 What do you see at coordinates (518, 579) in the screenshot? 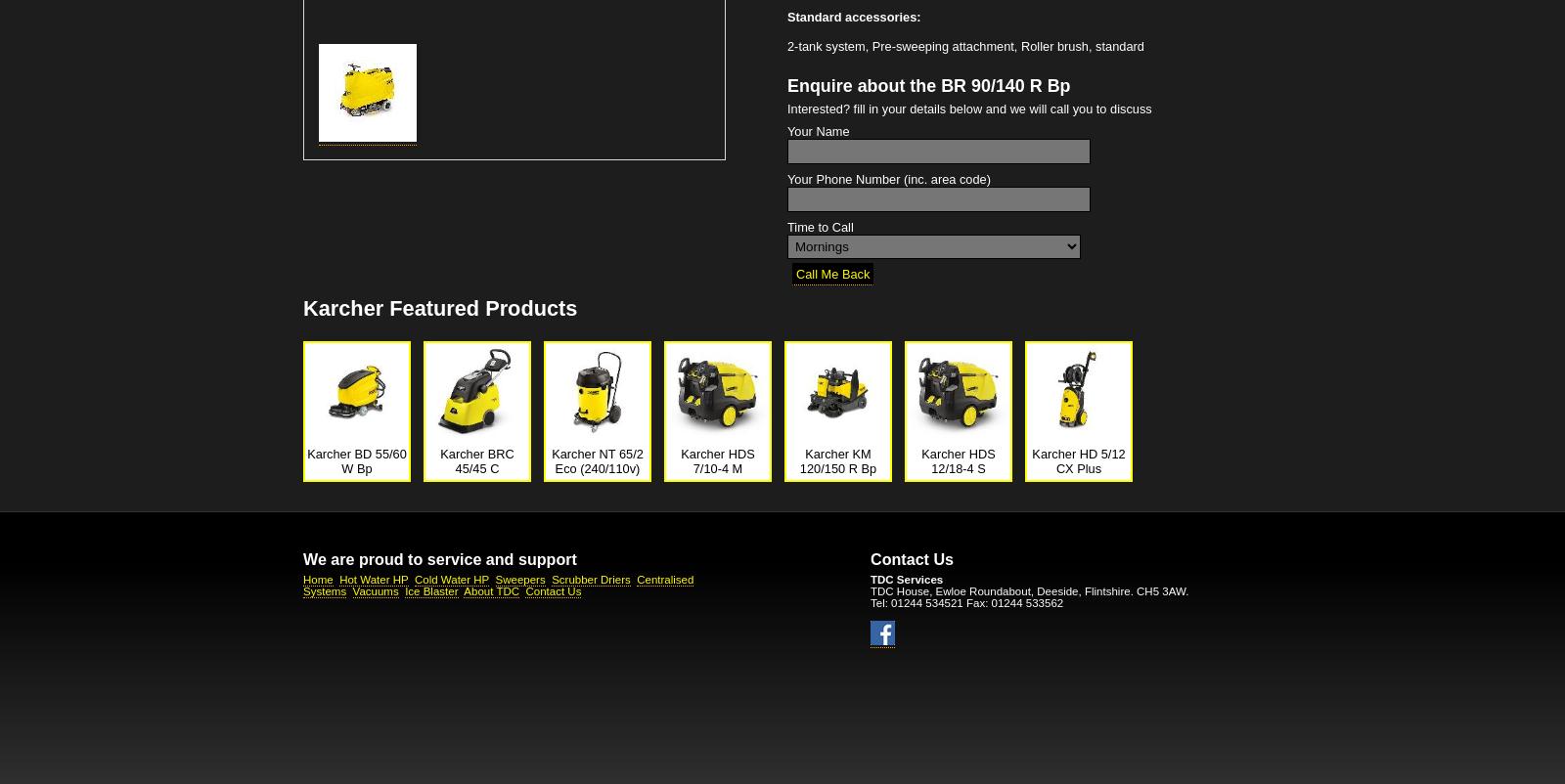
I see `'Sweepers'` at bounding box center [518, 579].